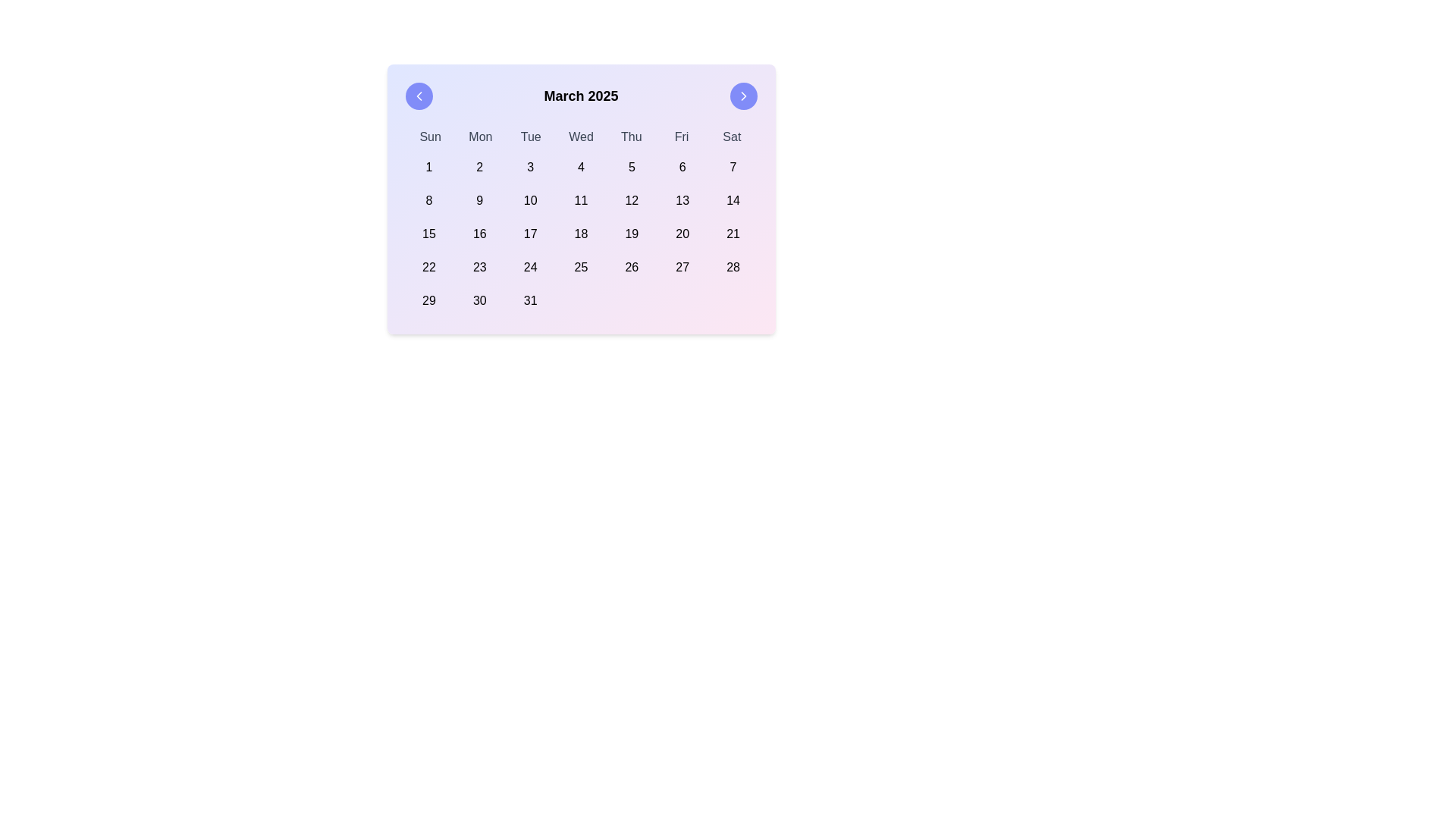 Image resolution: width=1456 pixels, height=819 pixels. I want to click on the text label representing the abbreviation for Tuesday in the week header of the calendar interface, which is the third label among seven in a row, so click(531, 137).